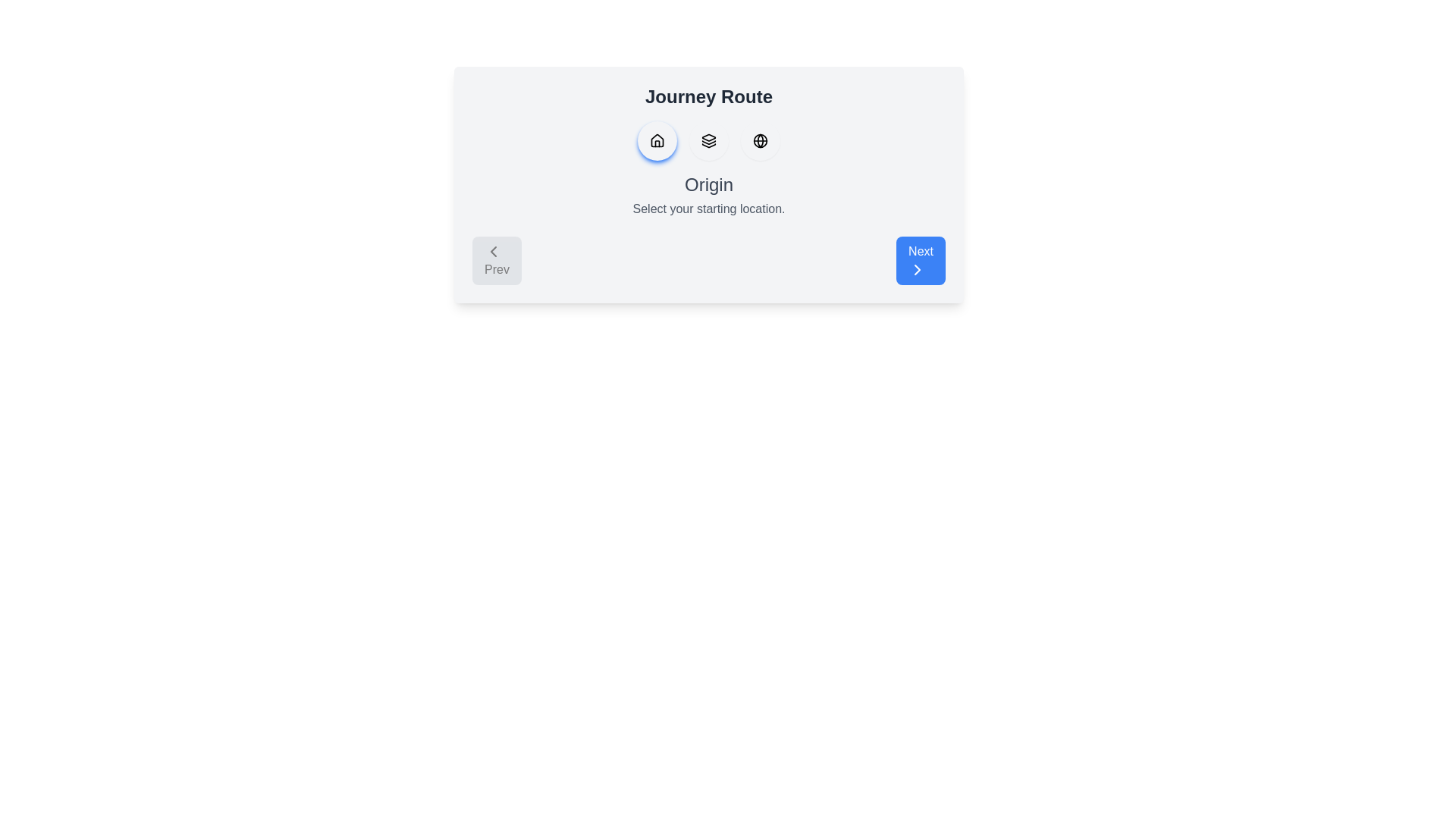 Image resolution: width=1456 pixels, height=819 pixels. I want to click on the right-pointing arrow icon within the 'Next' button located at the bottom right corner of the 'Journey Route' dialog to proceed to the next step, so click(917, 268).